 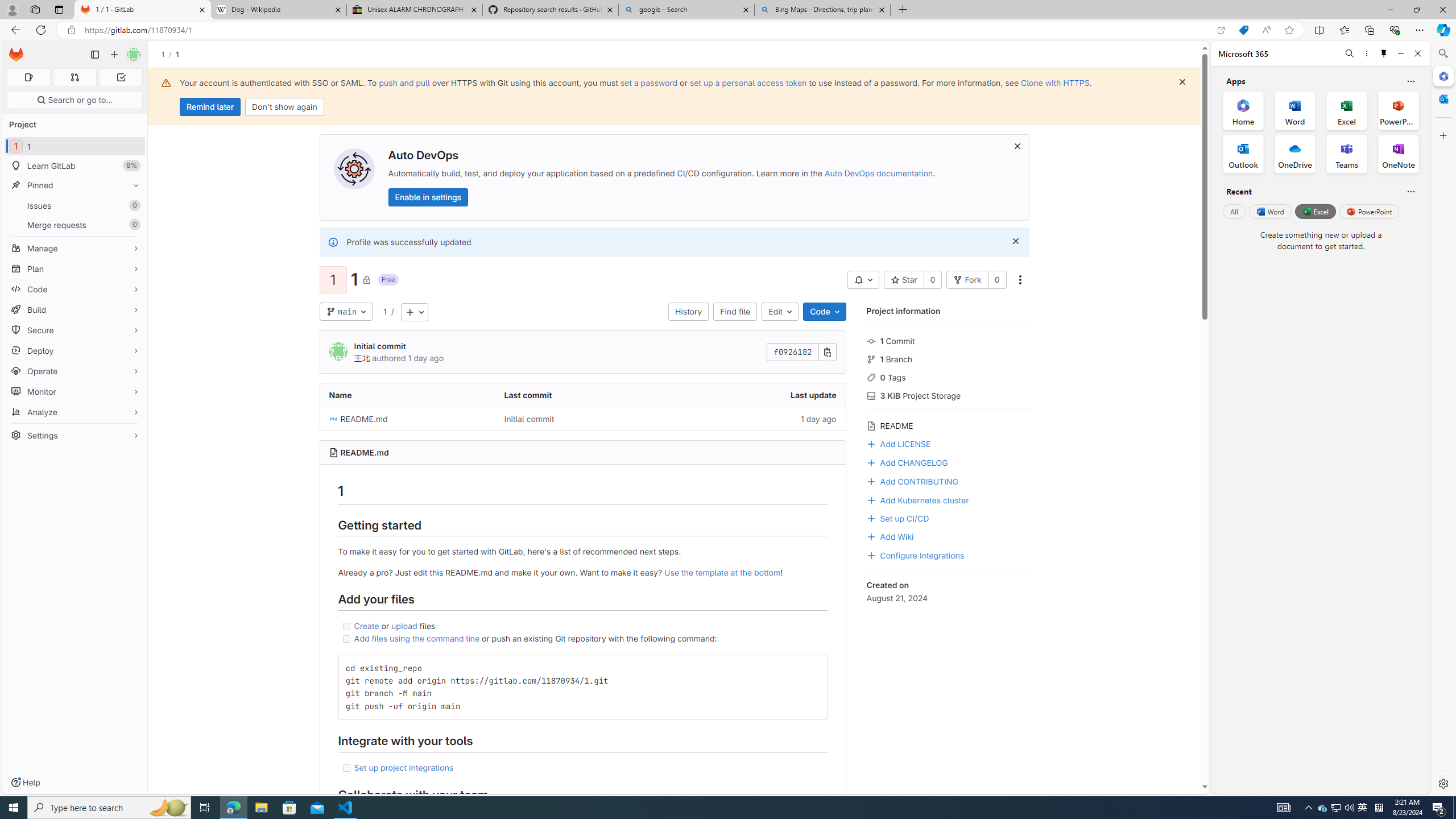 I want to click on 'Homepage', so click(x=16, y=54).